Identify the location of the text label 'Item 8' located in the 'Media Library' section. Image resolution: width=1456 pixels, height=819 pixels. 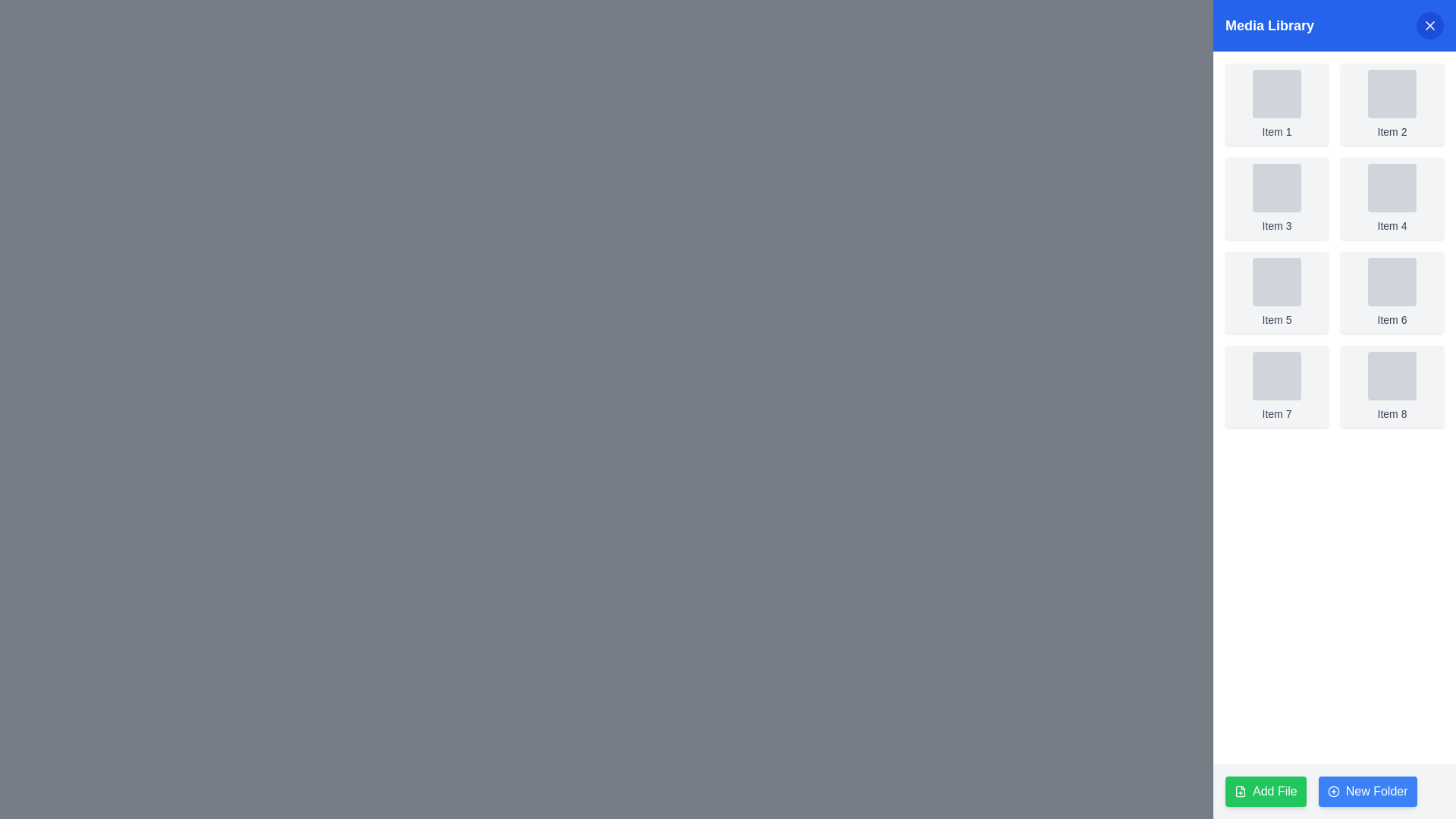
(1392, 414).